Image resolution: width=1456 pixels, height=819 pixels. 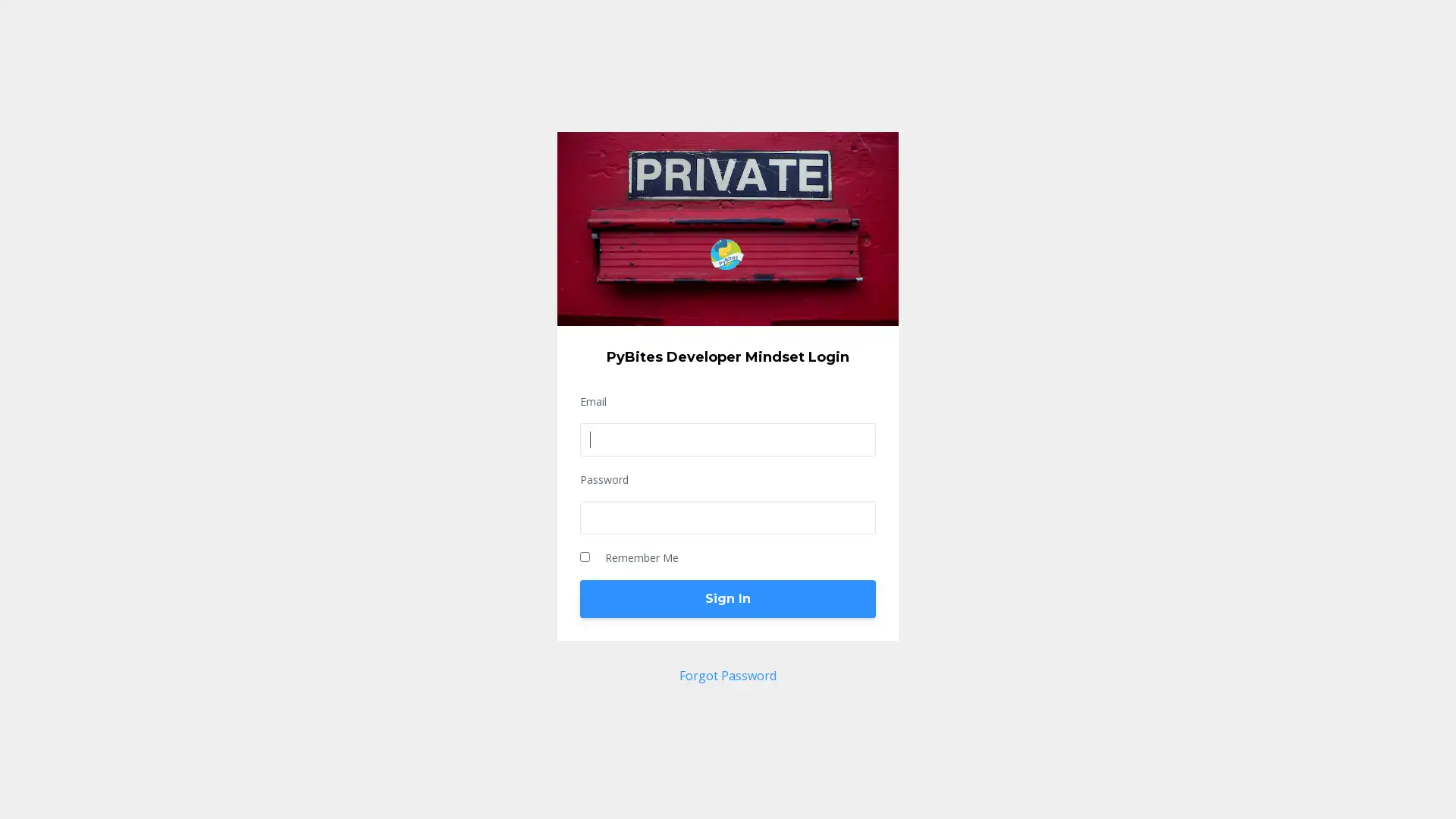 What do you see at coordinates (728, 598) in the screenshot?
I see `Sign In` at bounding box center [728, 598].